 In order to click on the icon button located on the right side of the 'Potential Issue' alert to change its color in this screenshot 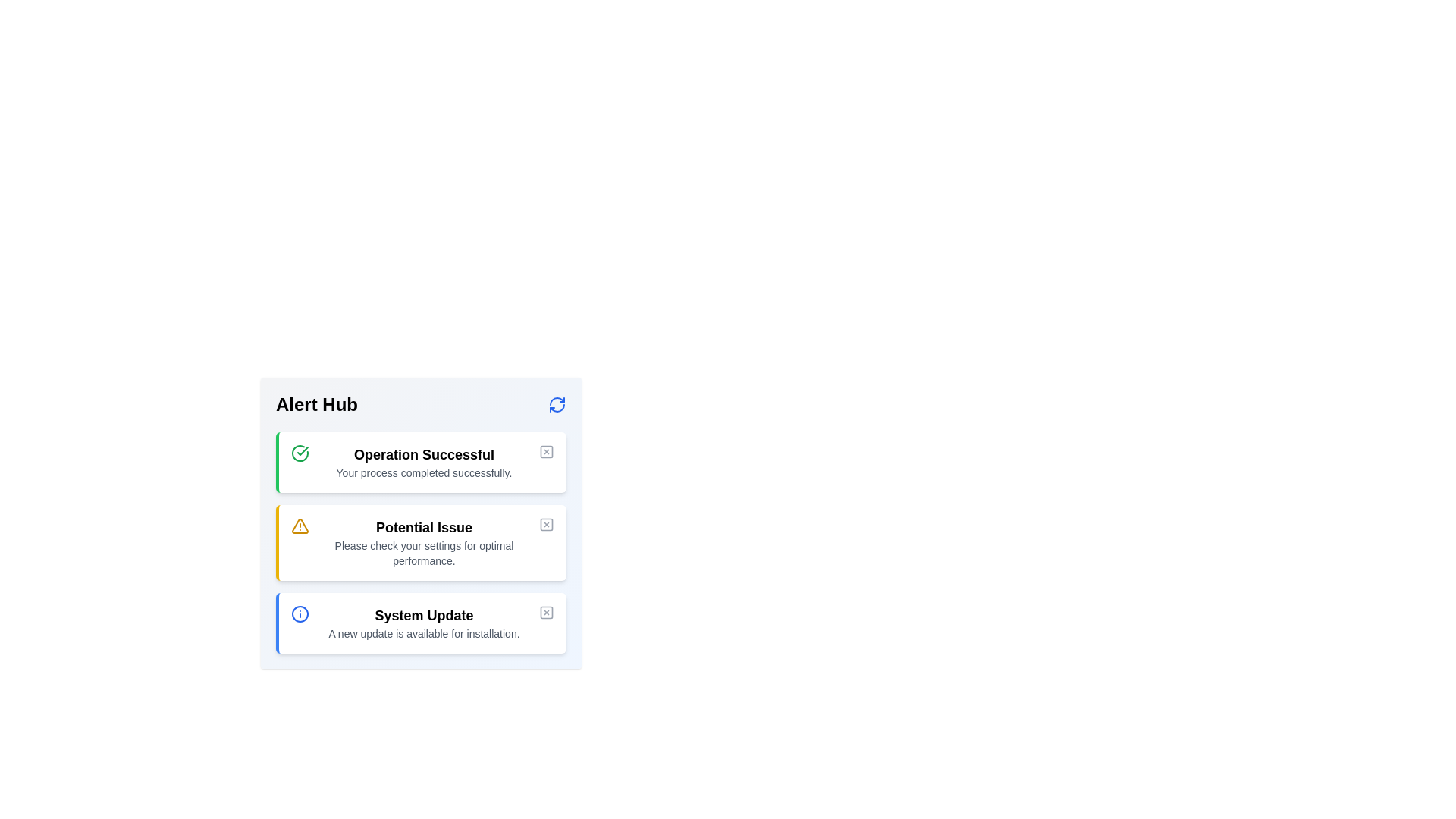, I will do `click(546, 523)`.